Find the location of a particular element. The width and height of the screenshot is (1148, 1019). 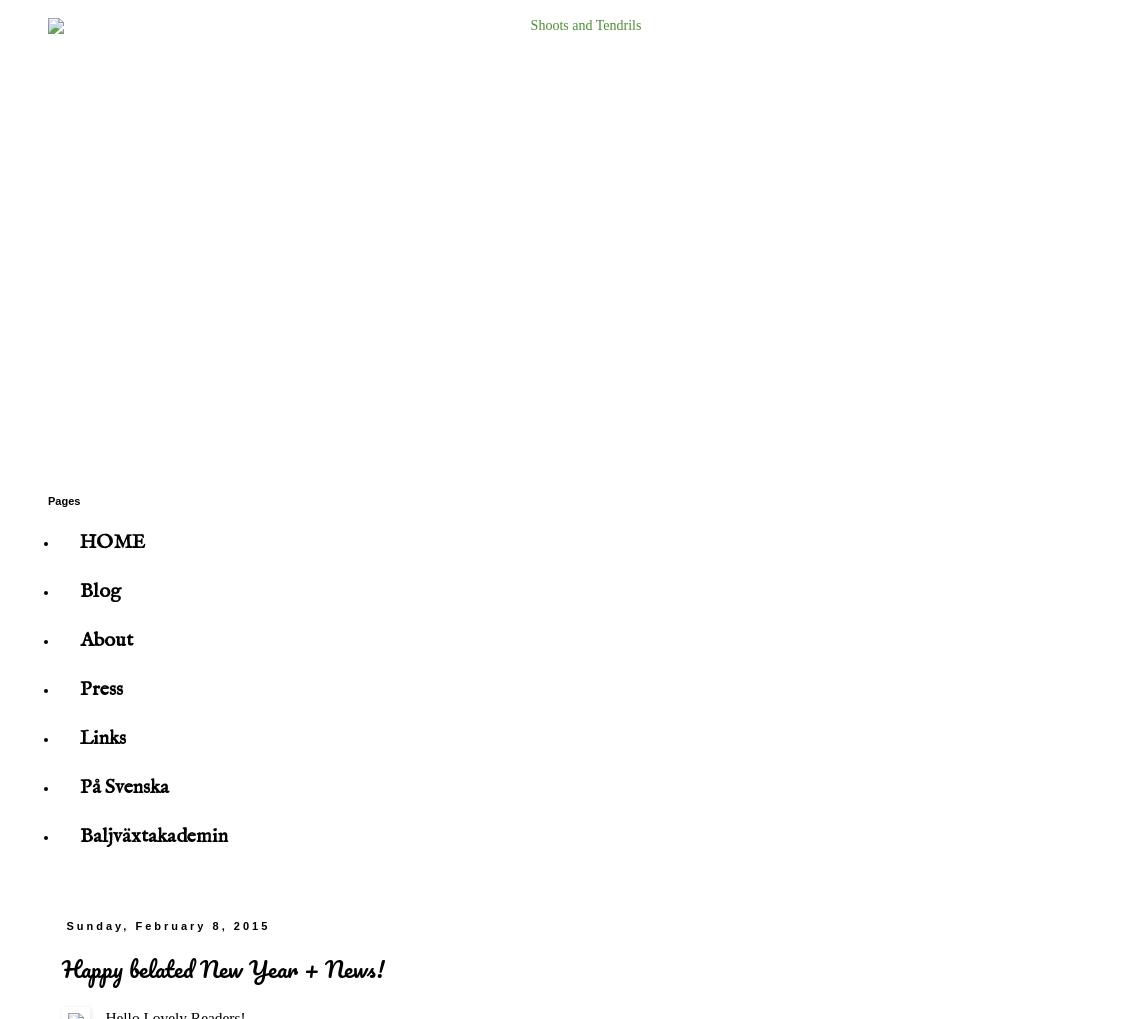

'HOME' is located at coordinates (112, 542).